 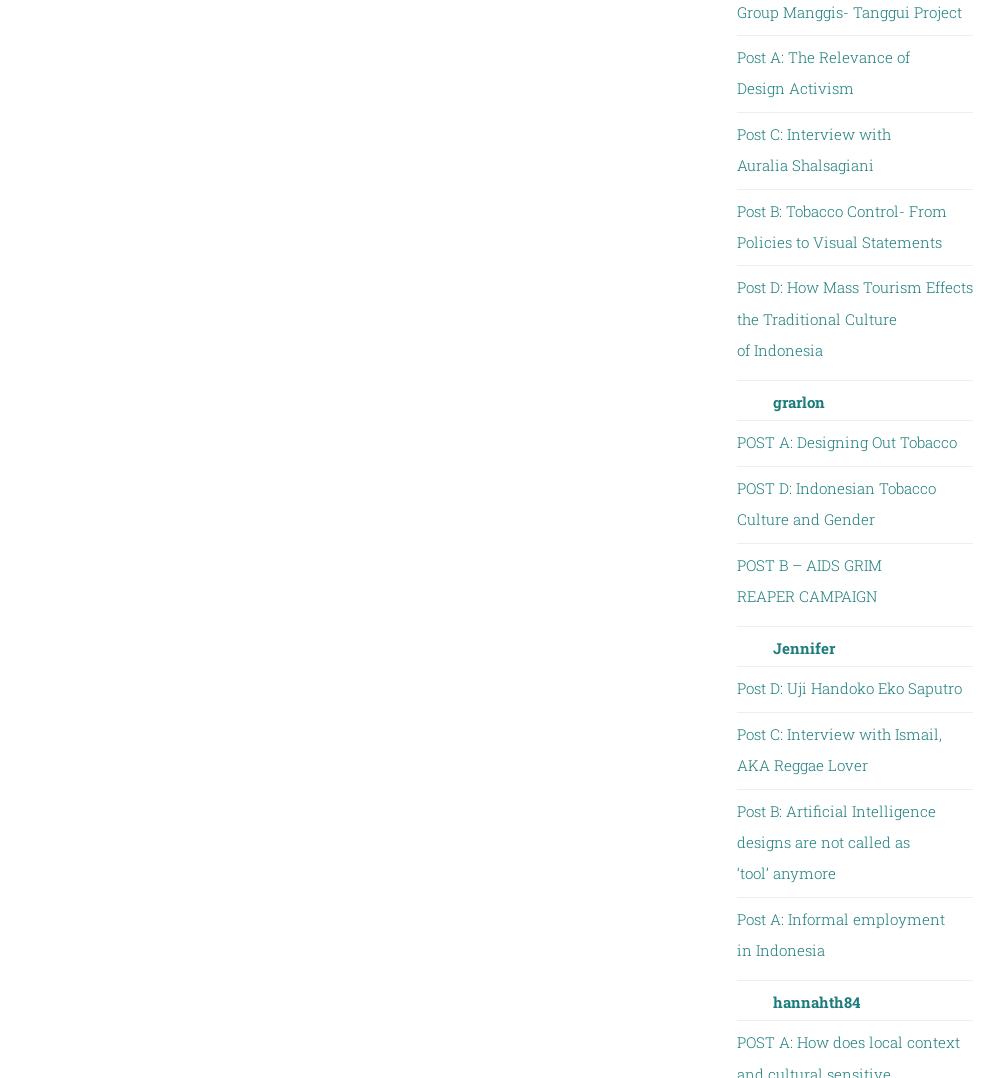 What do you see at coordinates (735, 148) in the screenshot?
I see `'Post C: Interview with Auralia Shalsagiani'` at bounding box center [735, 148].